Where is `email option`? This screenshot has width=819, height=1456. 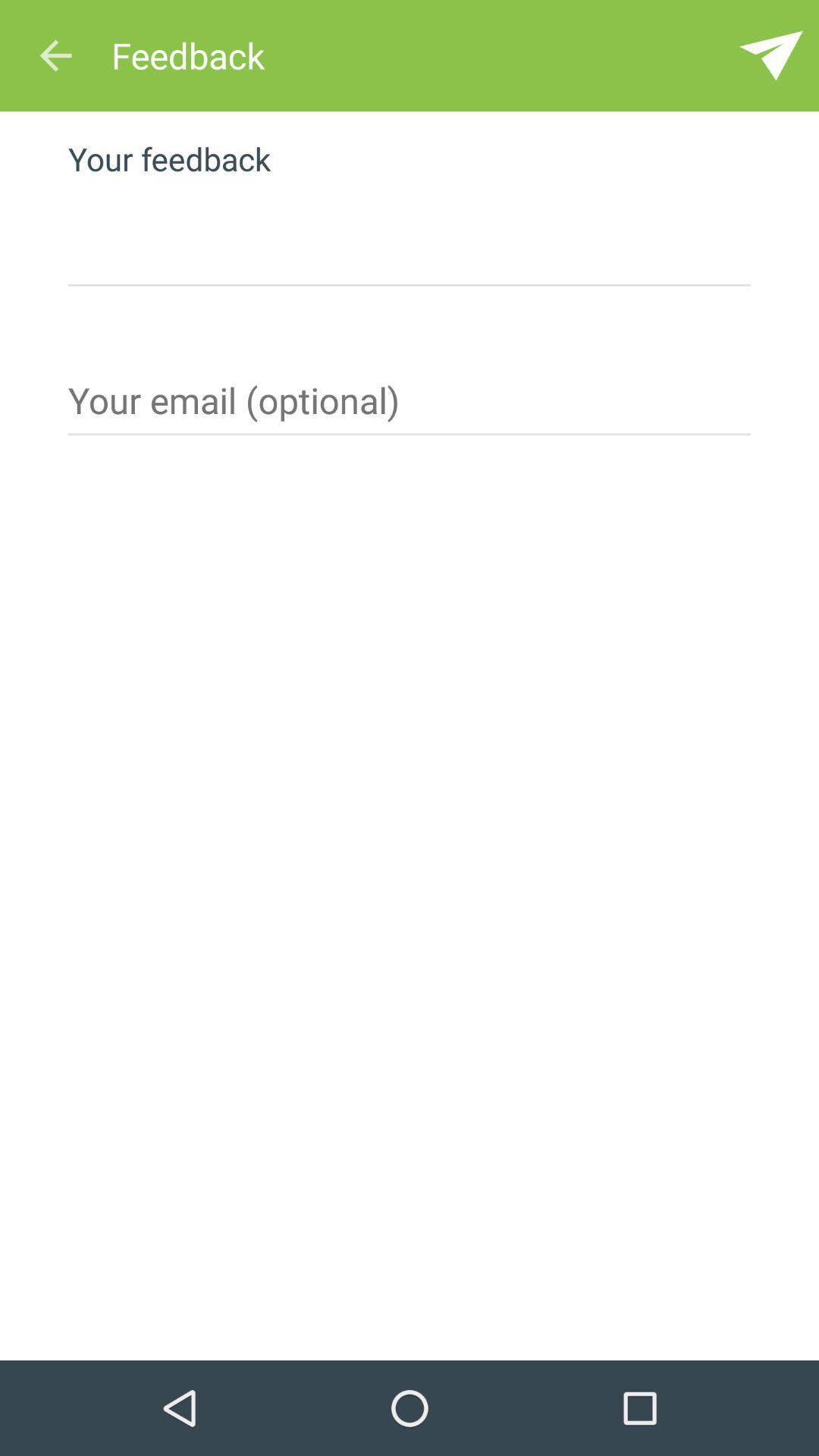
email option is located at coordinates (409, 406).